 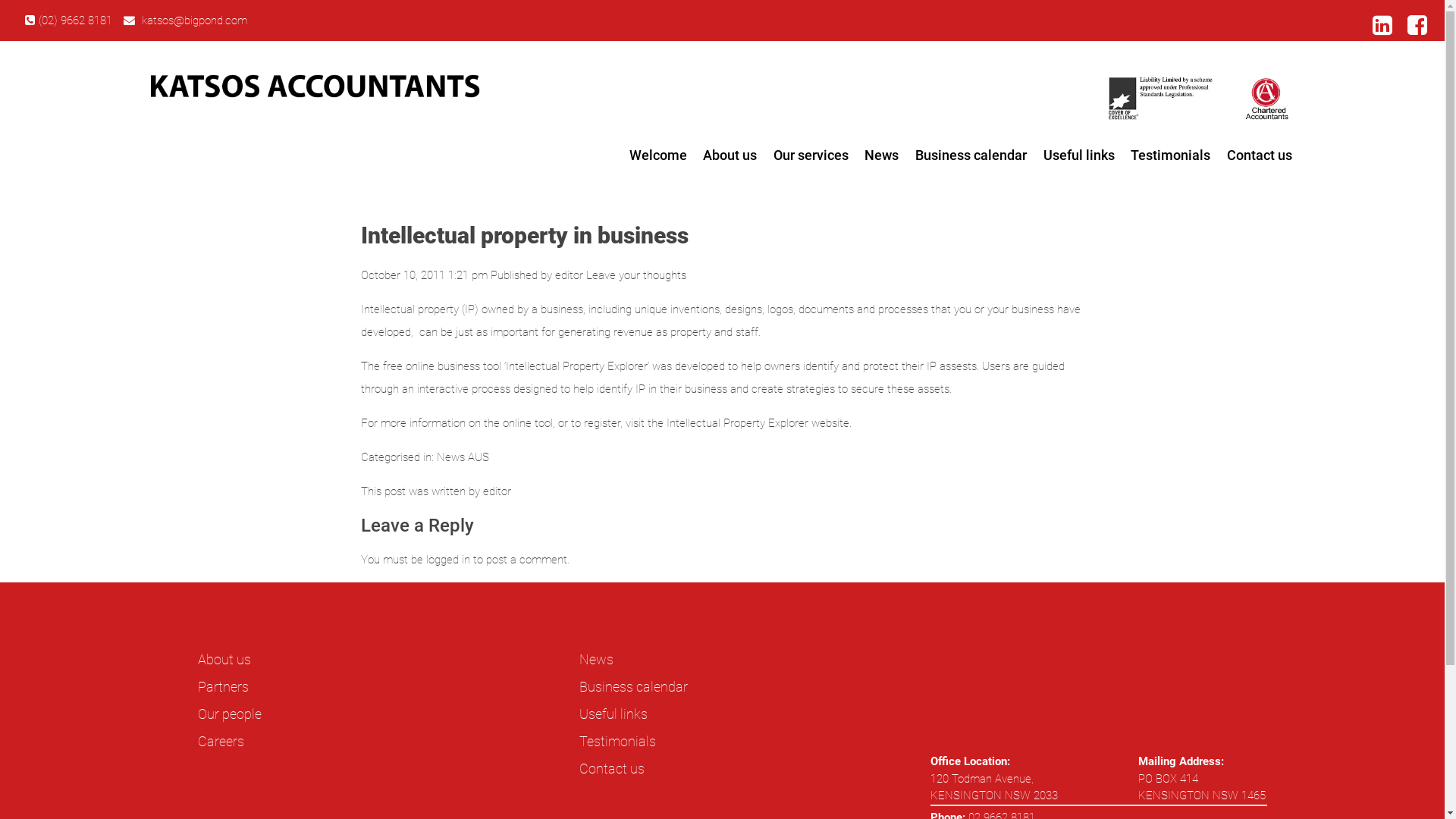 What do you see at coordinates (613, 714) in the screenshot?
I see `'Useful links'` at bounding box center [613, 714].